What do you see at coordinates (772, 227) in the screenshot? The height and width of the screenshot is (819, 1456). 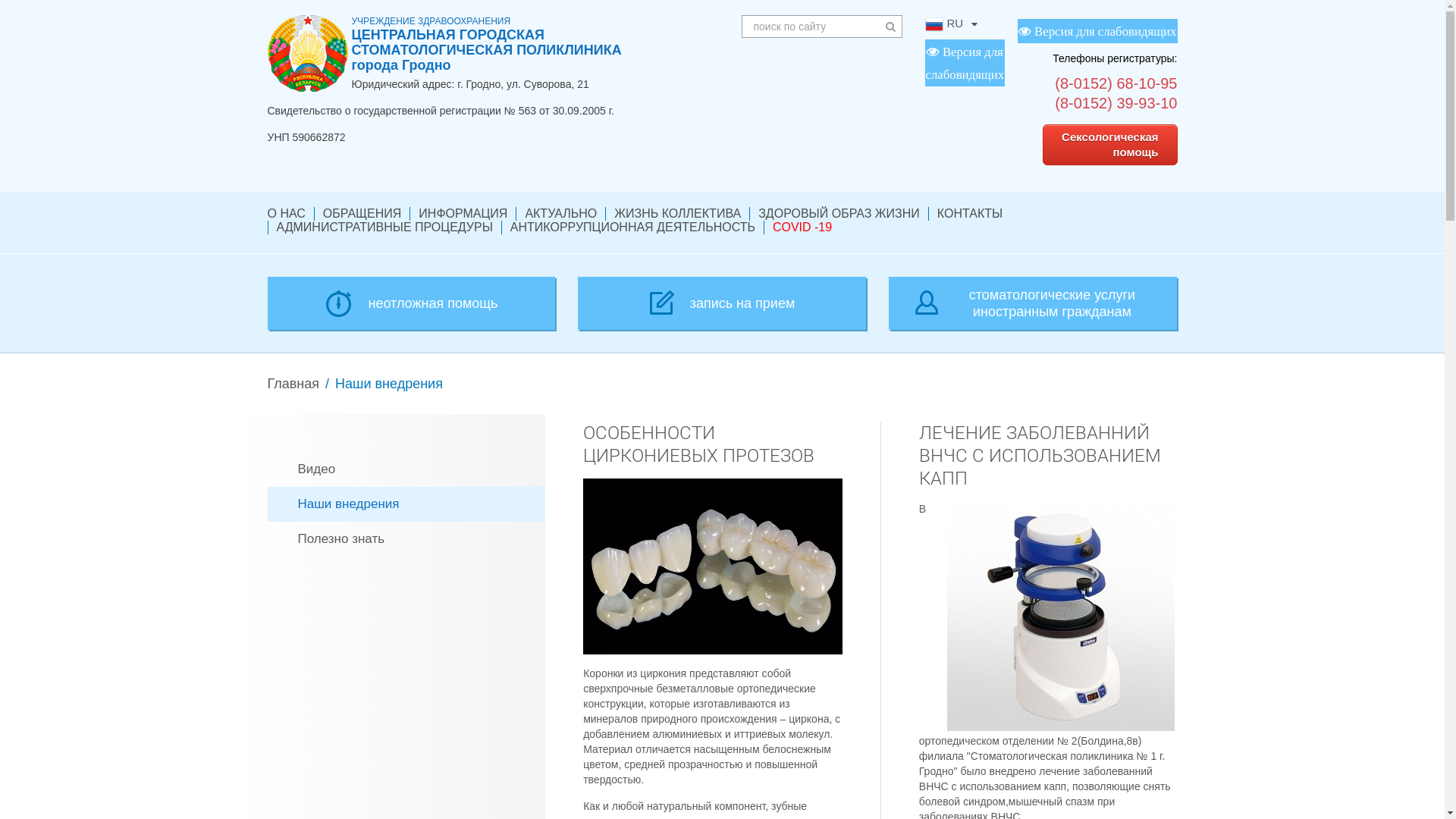 I see `'COVID -19'` at bounding box center [772, 227].